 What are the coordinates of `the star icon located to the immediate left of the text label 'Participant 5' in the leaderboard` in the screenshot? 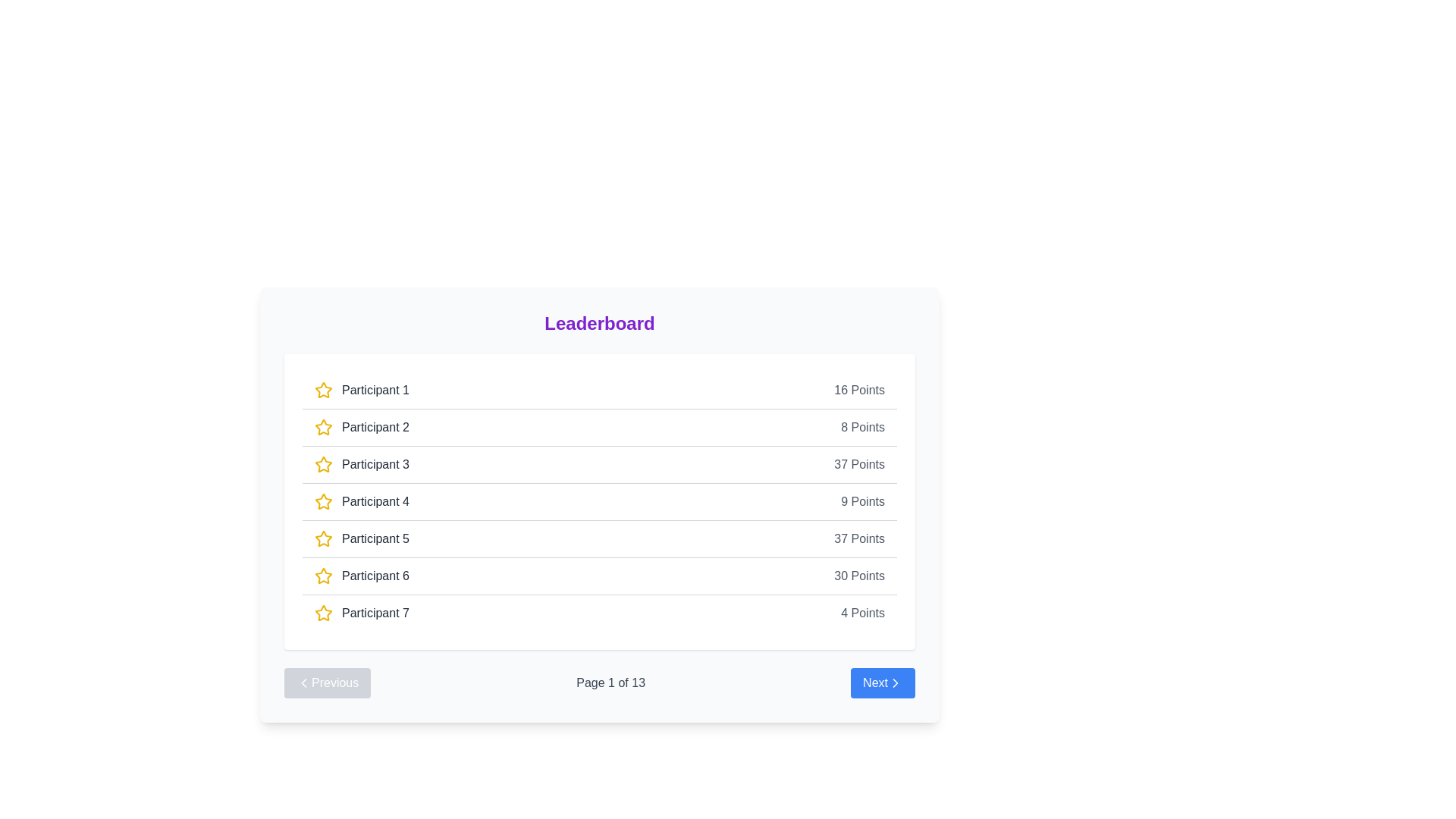 It's located at (323, 538).